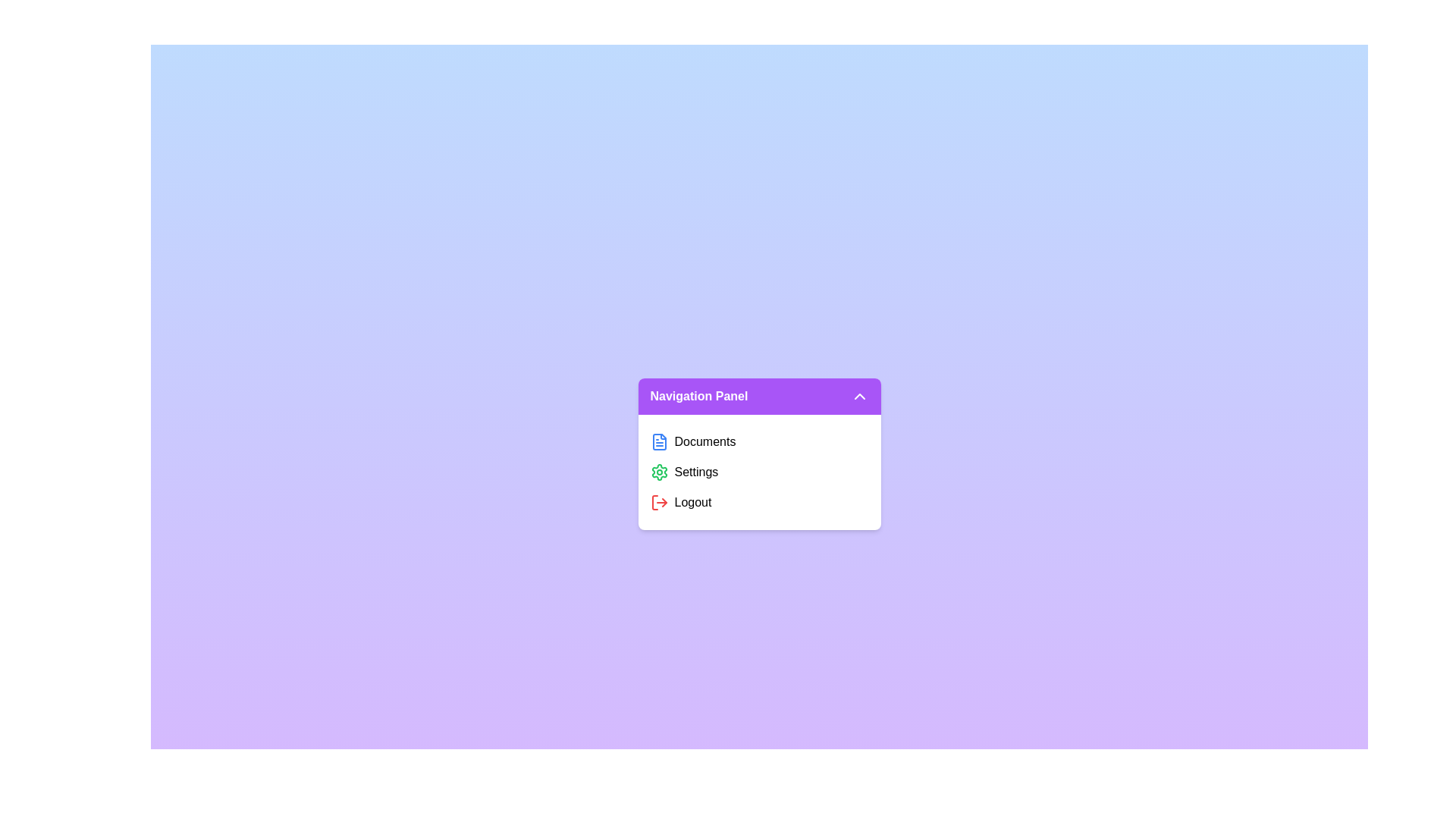 This screenshot has height=819, width=1456. What do you see at coordinates (759, 396) in the screenshot?
I see `the panel header to toggle its state` at bounding box center [759, 396].